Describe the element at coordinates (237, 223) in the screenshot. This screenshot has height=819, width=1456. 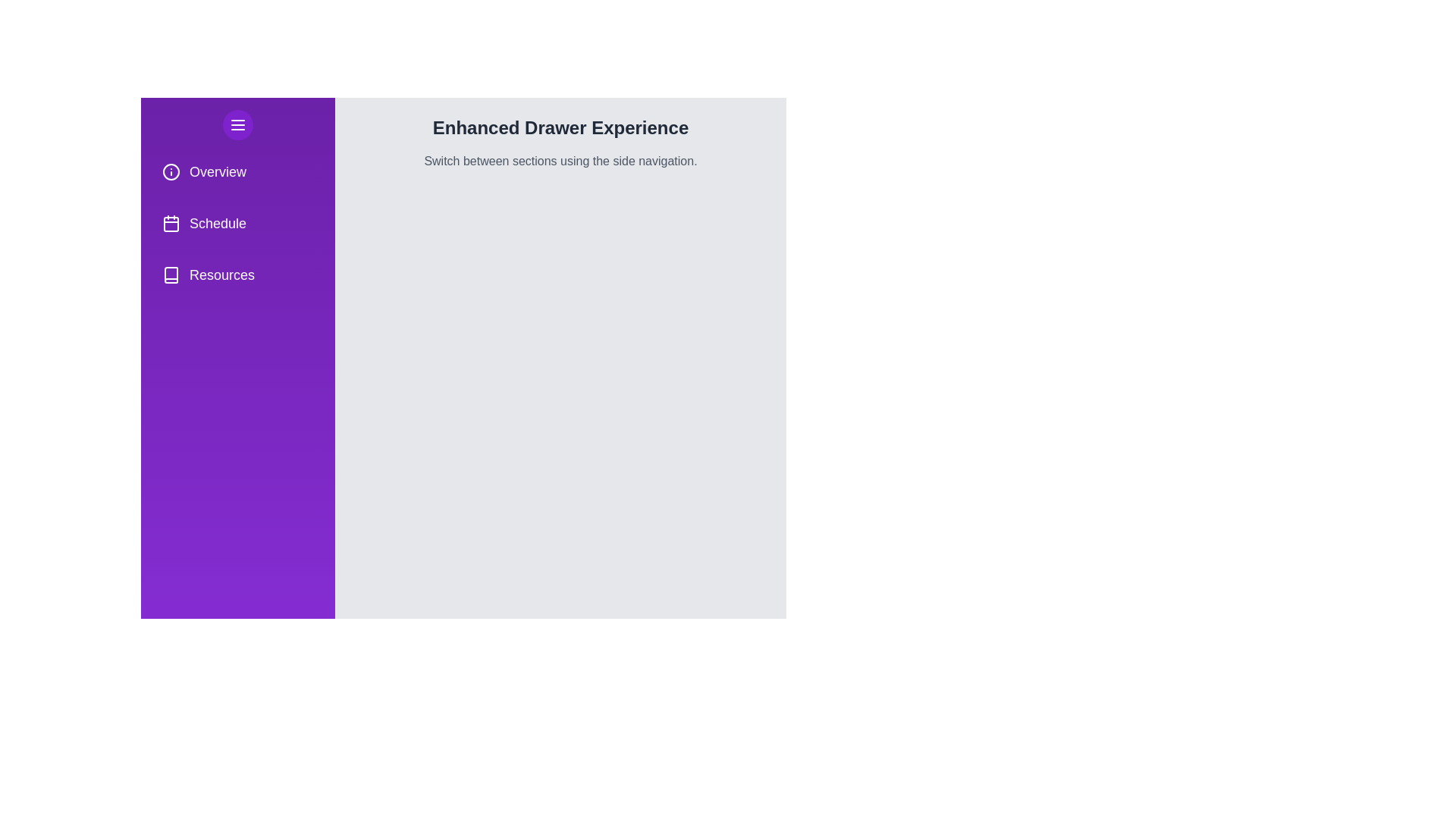
I see `the menu item Schedule to observe visual feedback` at that location.